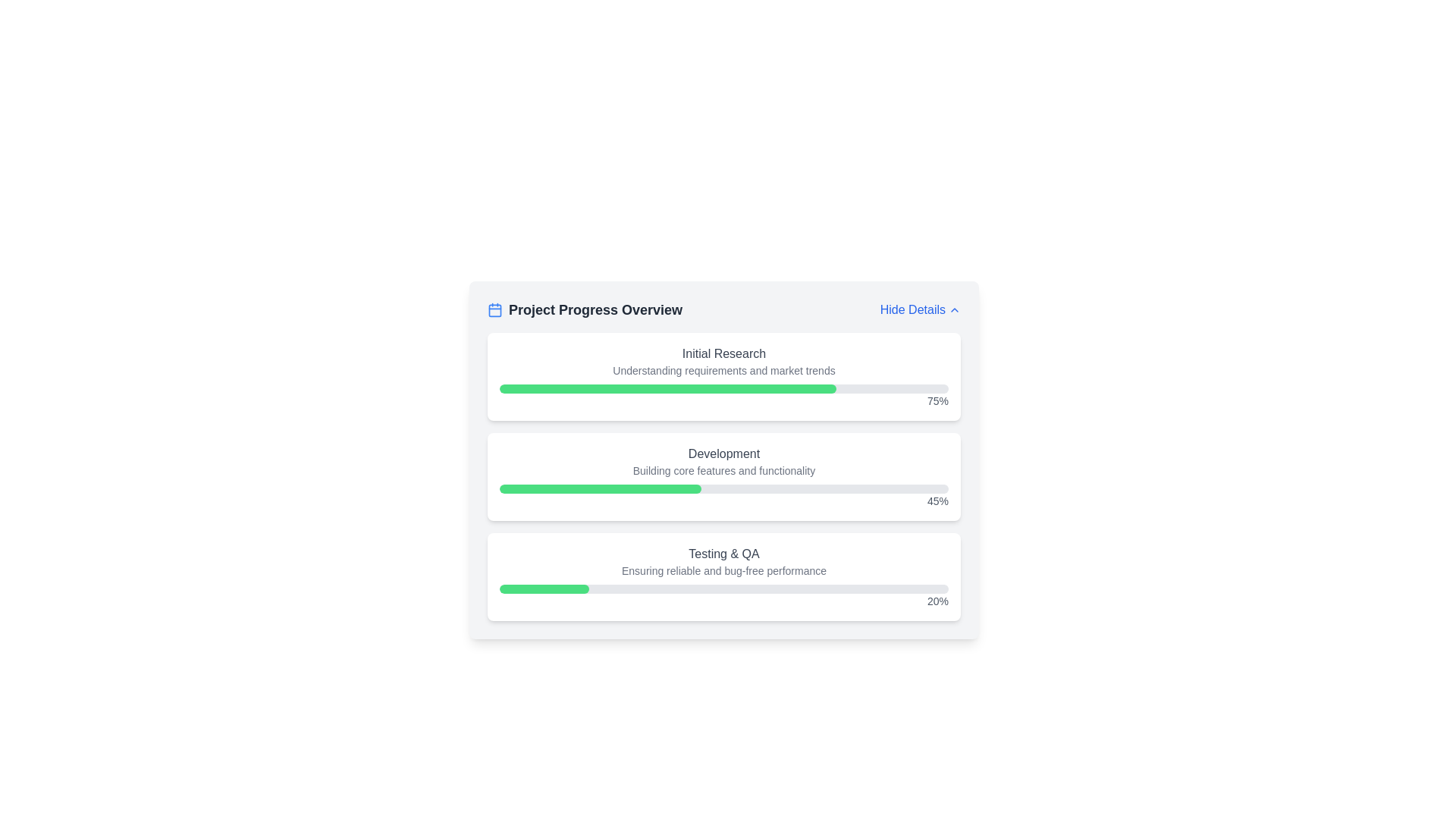  What do you see at coordinates (723, 475) in the screenshot?
I see `progress information from the Progress Indicator Panel titled 'Development', which displays a progress bar indicating 45%` at bounding box center [723, 475].